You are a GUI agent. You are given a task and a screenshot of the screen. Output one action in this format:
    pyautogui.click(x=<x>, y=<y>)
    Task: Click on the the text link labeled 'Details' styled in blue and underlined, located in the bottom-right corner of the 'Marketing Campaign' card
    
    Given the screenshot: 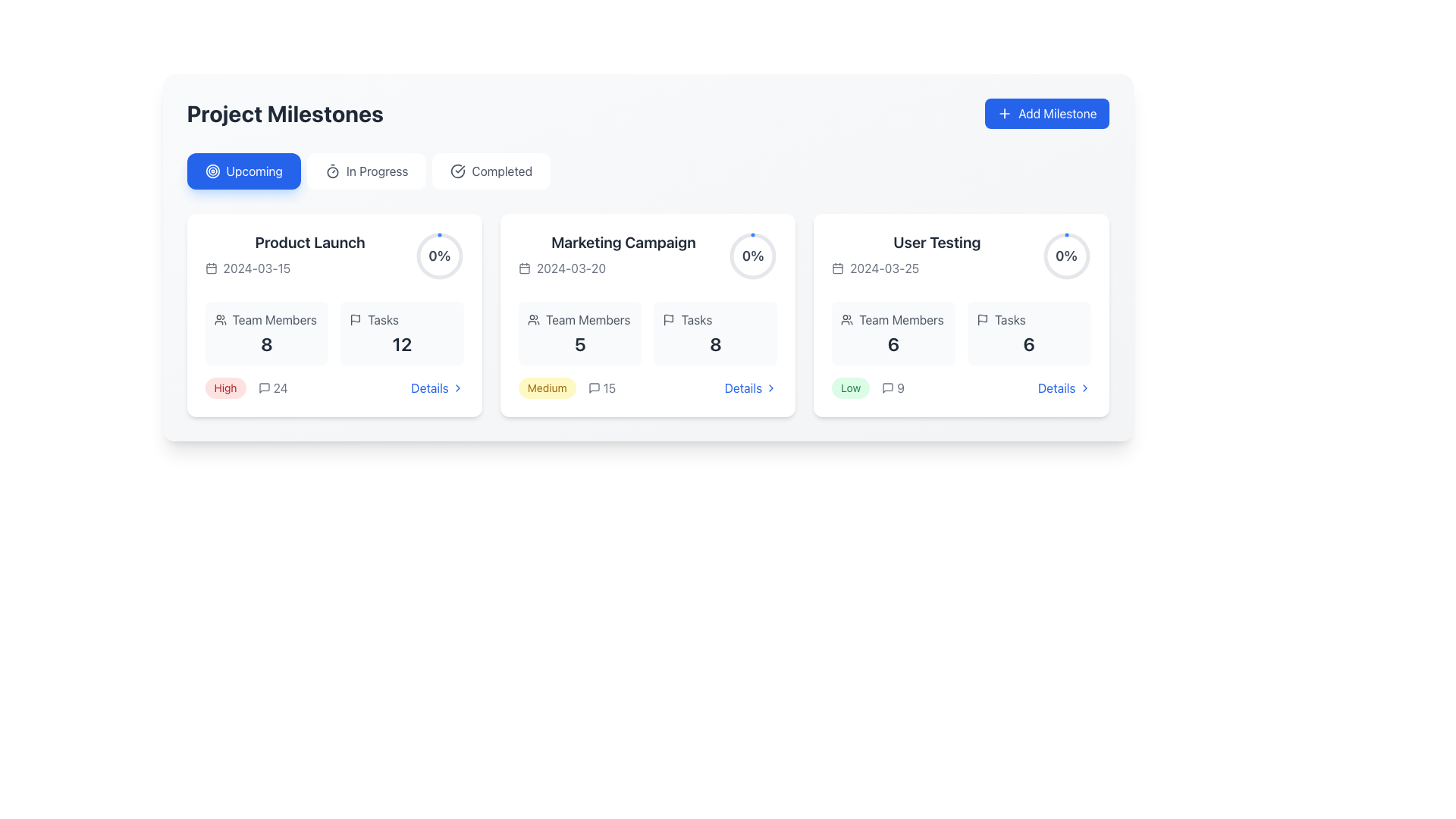 What is the action you would take?
    pyautogui.click(x=751, y=388)
    